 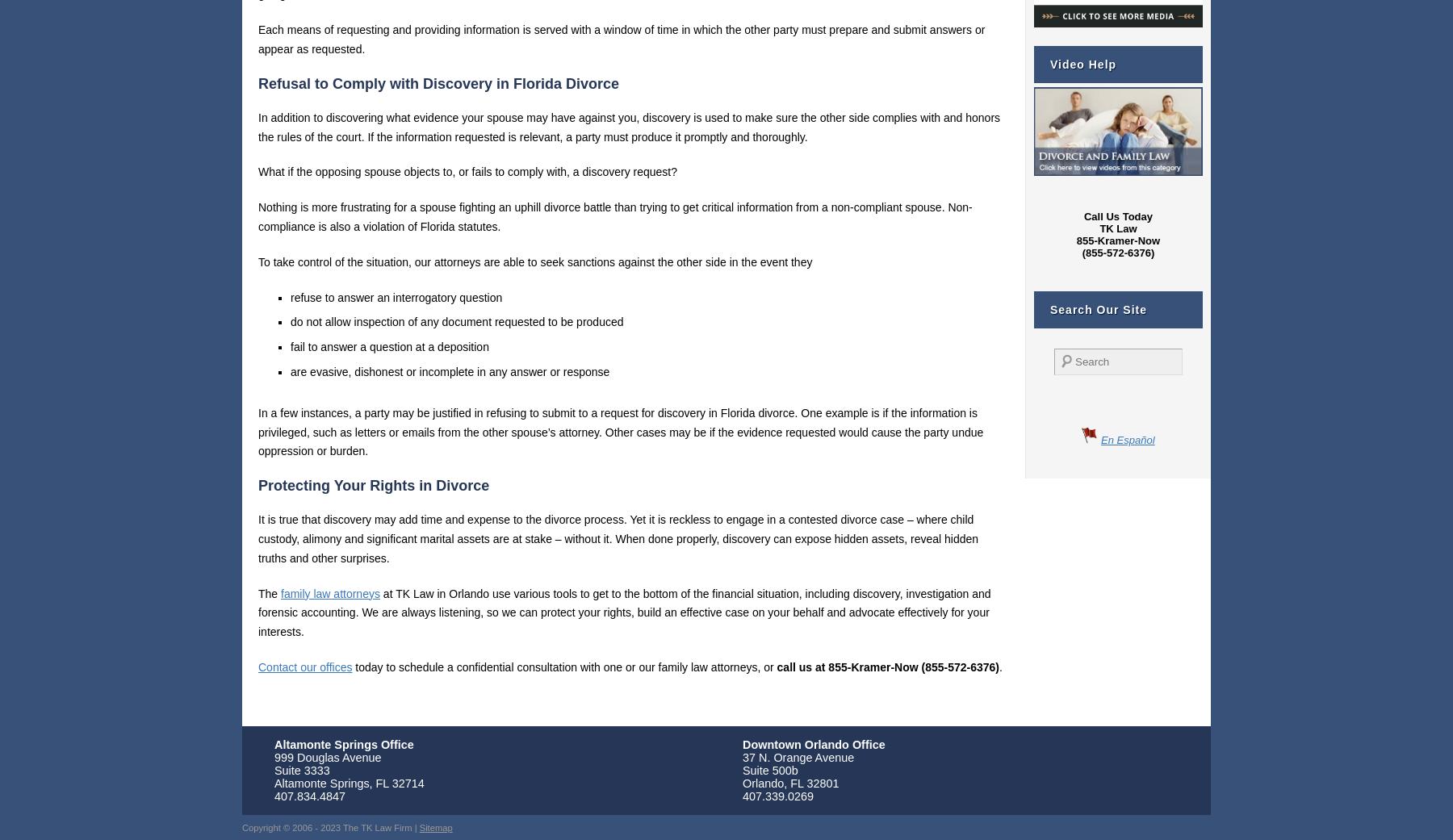 What do you see at coordinates (438, 81) in the screenshot?
I see `'Refusal to Comply with Discovery in Florida Divorce'` at bounding box center [438, 81].